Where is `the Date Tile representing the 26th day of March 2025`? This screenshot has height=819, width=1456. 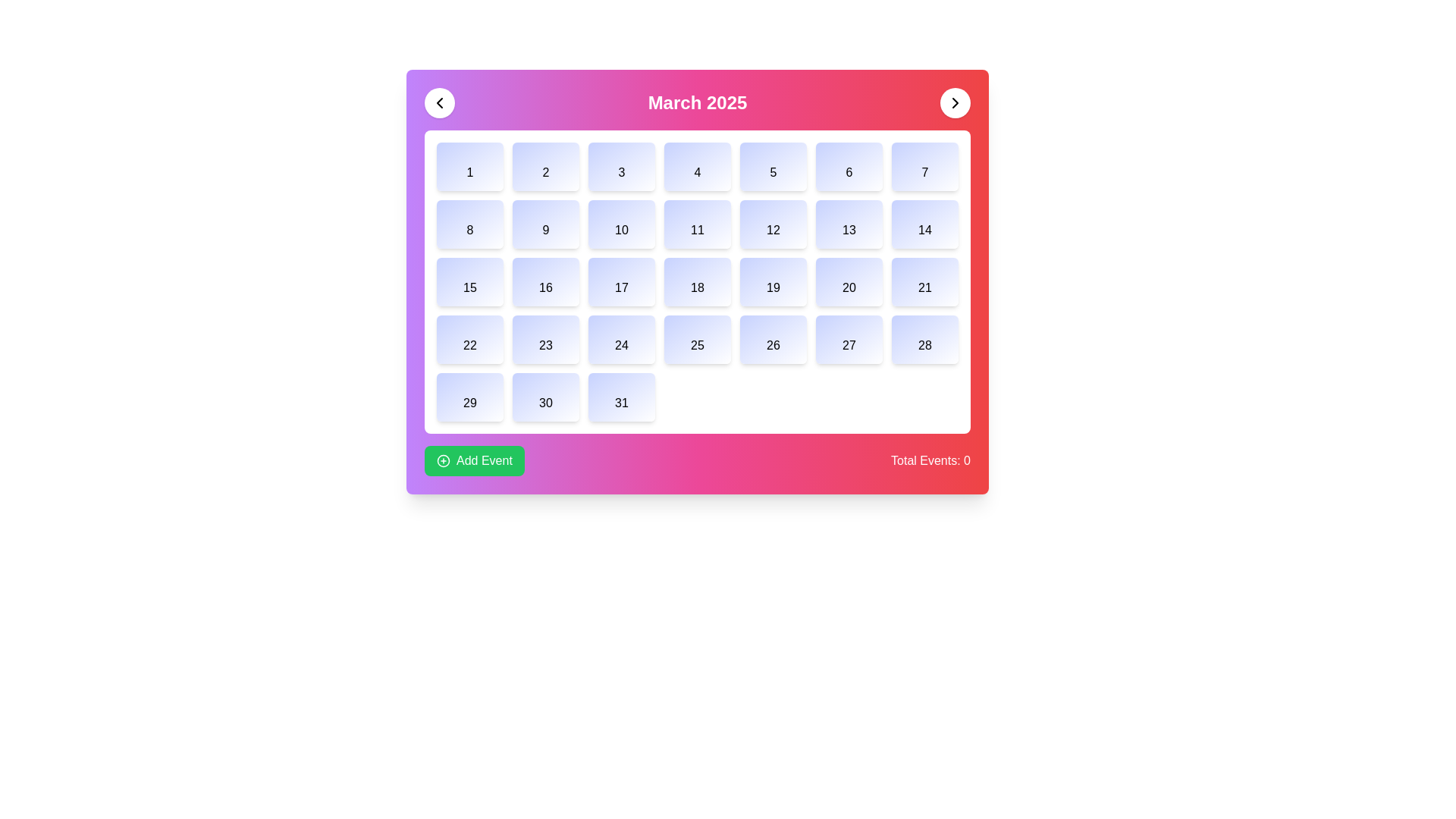 the Date Tile representing the 26th day of March 2025 is located at coordinates (773, 338).